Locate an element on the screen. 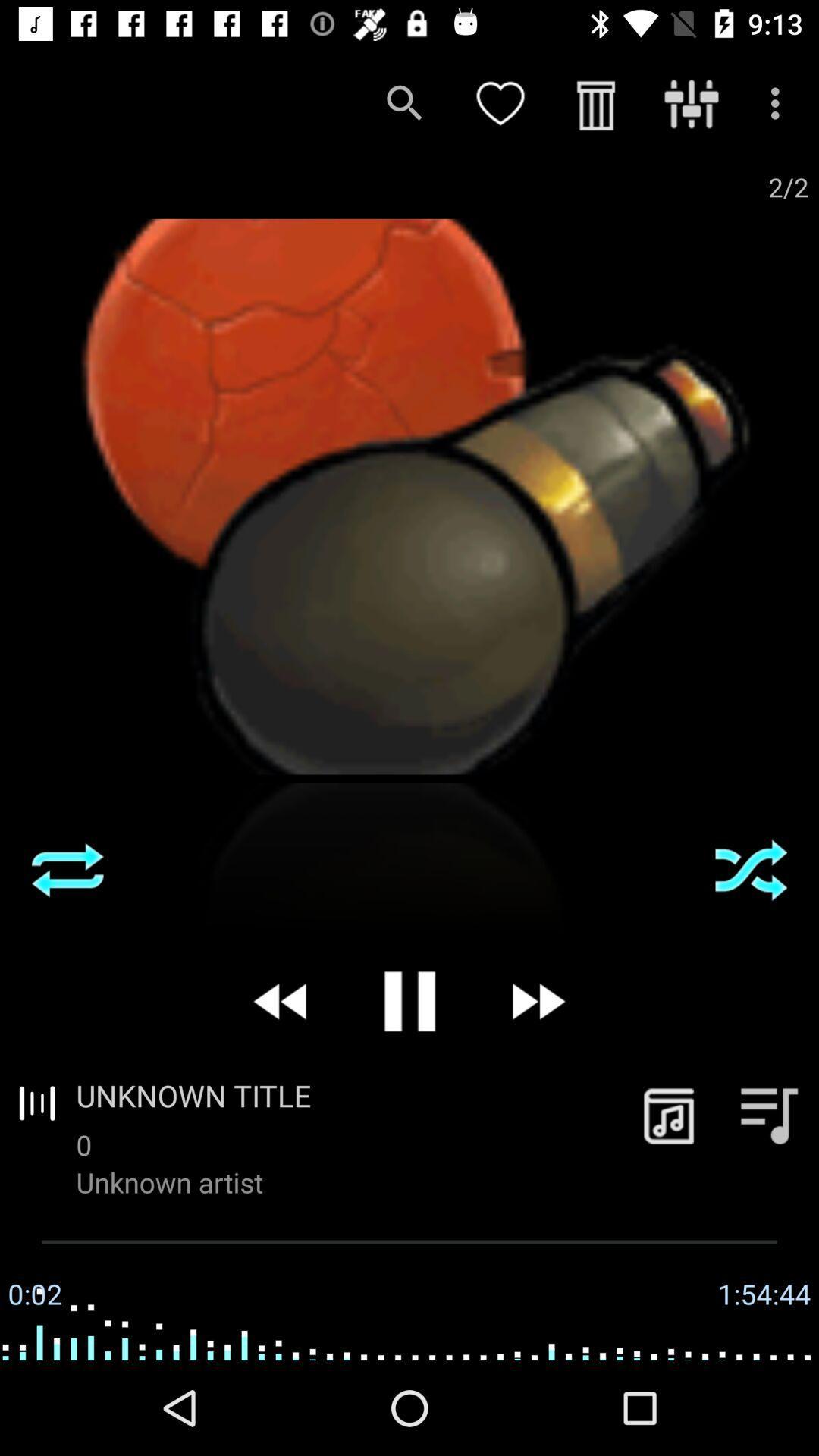 The width and height of the screenshot is (819, 1456). item above unknown title is located at coordinates (281, 1001).